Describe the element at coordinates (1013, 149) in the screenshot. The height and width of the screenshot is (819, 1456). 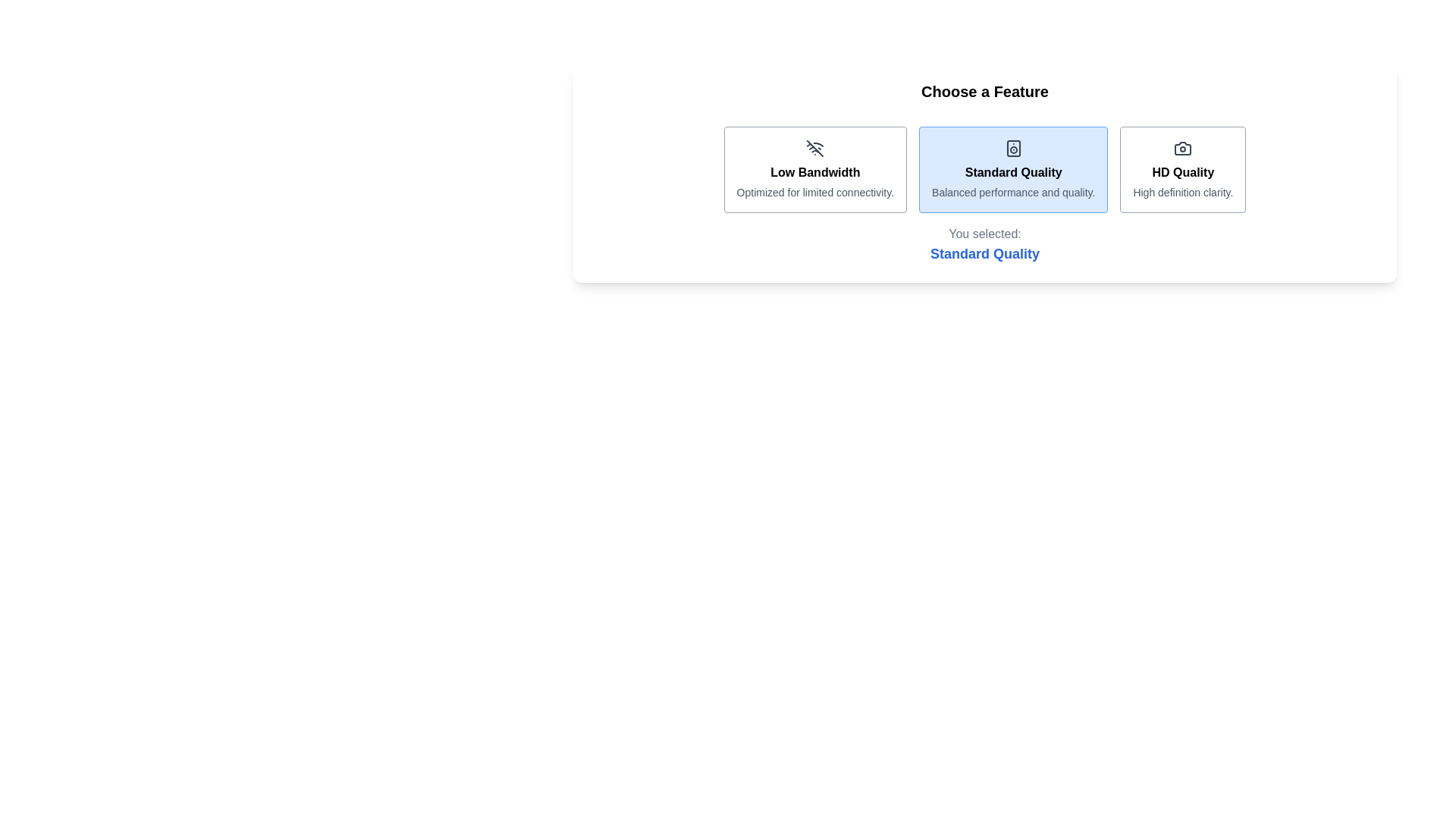
I see `the 'Standard Quality' icon, which visually represents the 'Standard Quality' feature option, located centrally above the text 'Standard Quality' in the selection card` at that location.